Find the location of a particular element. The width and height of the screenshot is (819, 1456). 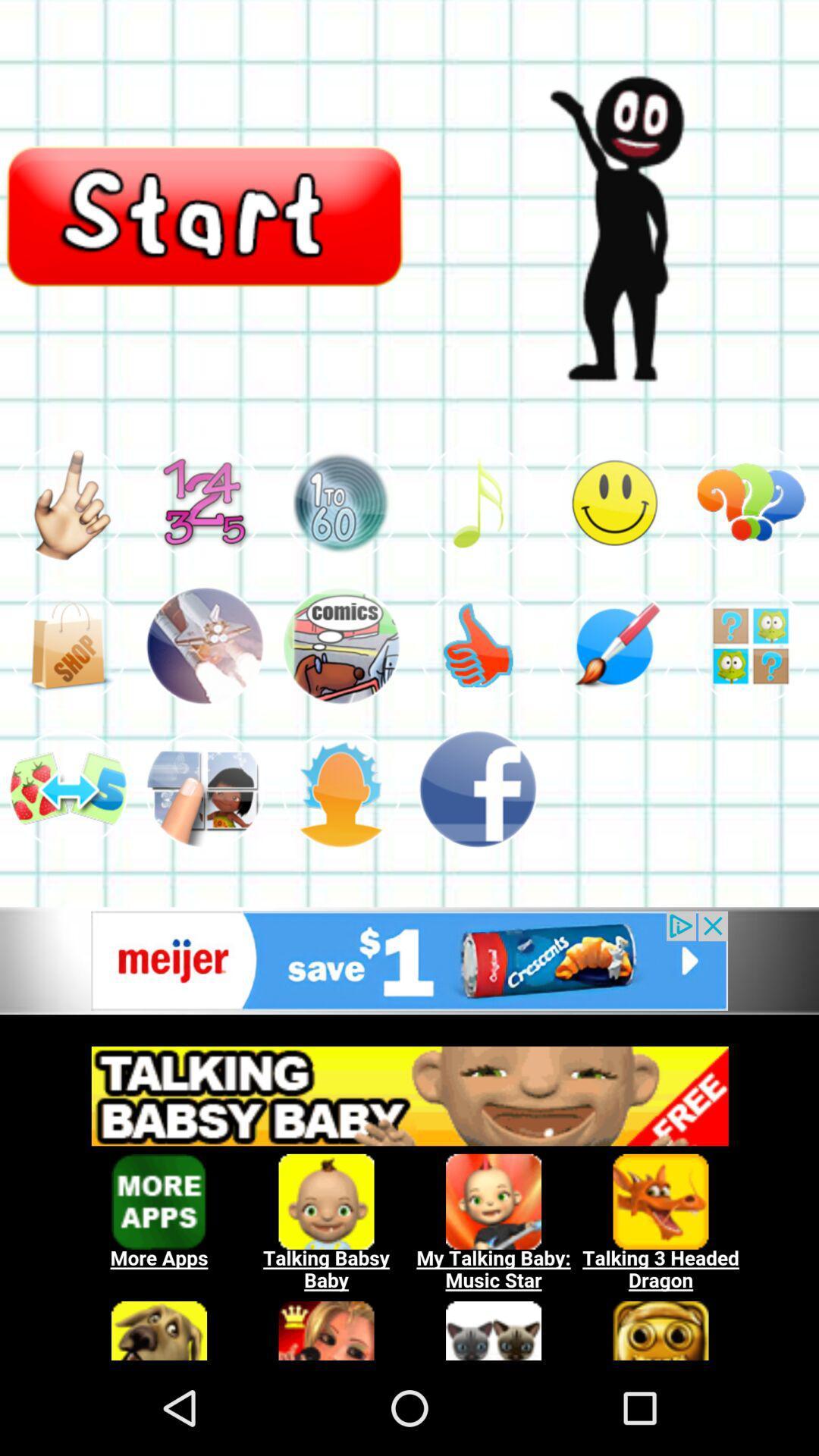

choose this is located at coordinates (341, 502).